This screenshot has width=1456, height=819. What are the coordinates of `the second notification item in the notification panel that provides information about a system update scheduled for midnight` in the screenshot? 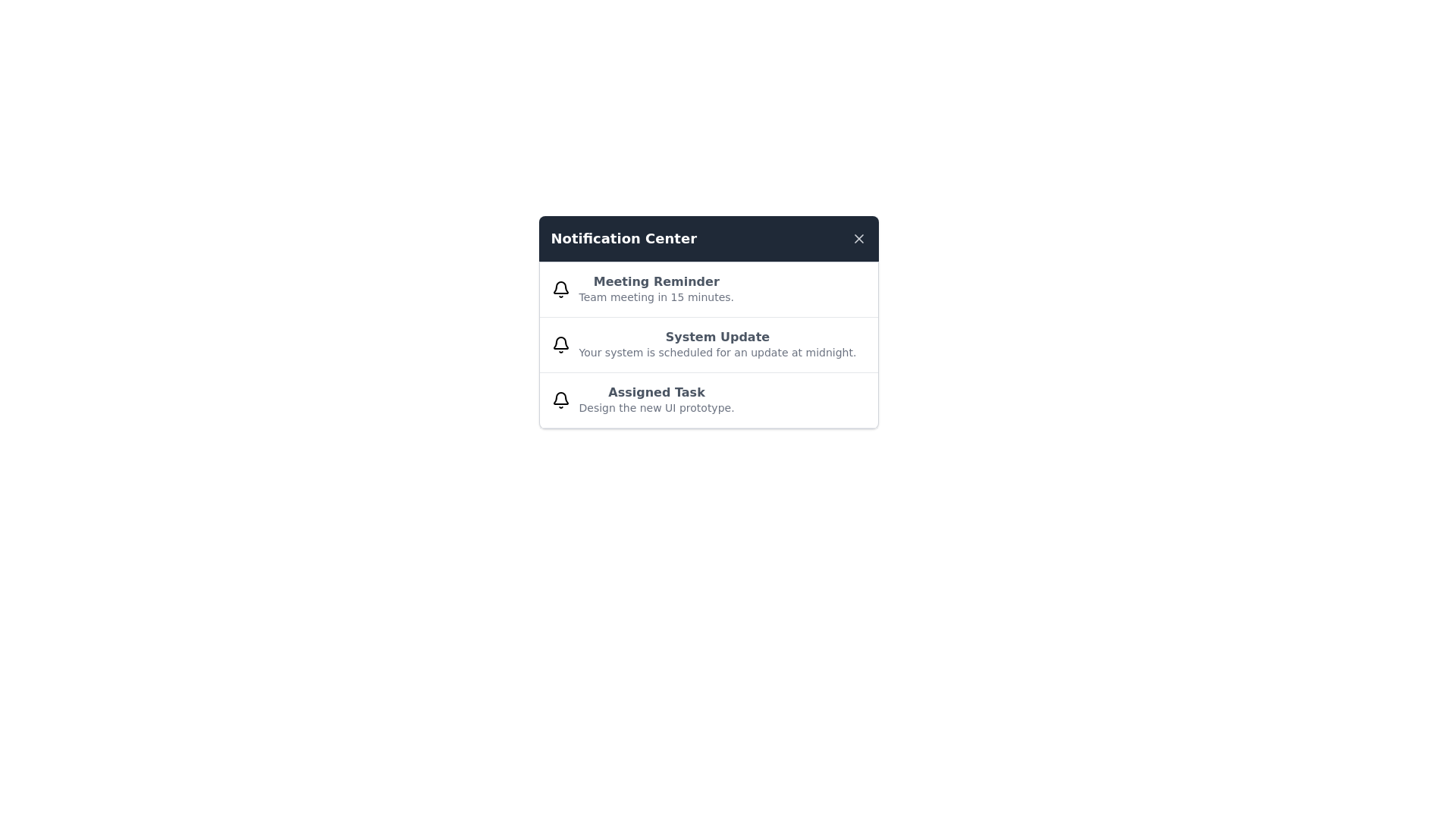 It's located at (717, 345).